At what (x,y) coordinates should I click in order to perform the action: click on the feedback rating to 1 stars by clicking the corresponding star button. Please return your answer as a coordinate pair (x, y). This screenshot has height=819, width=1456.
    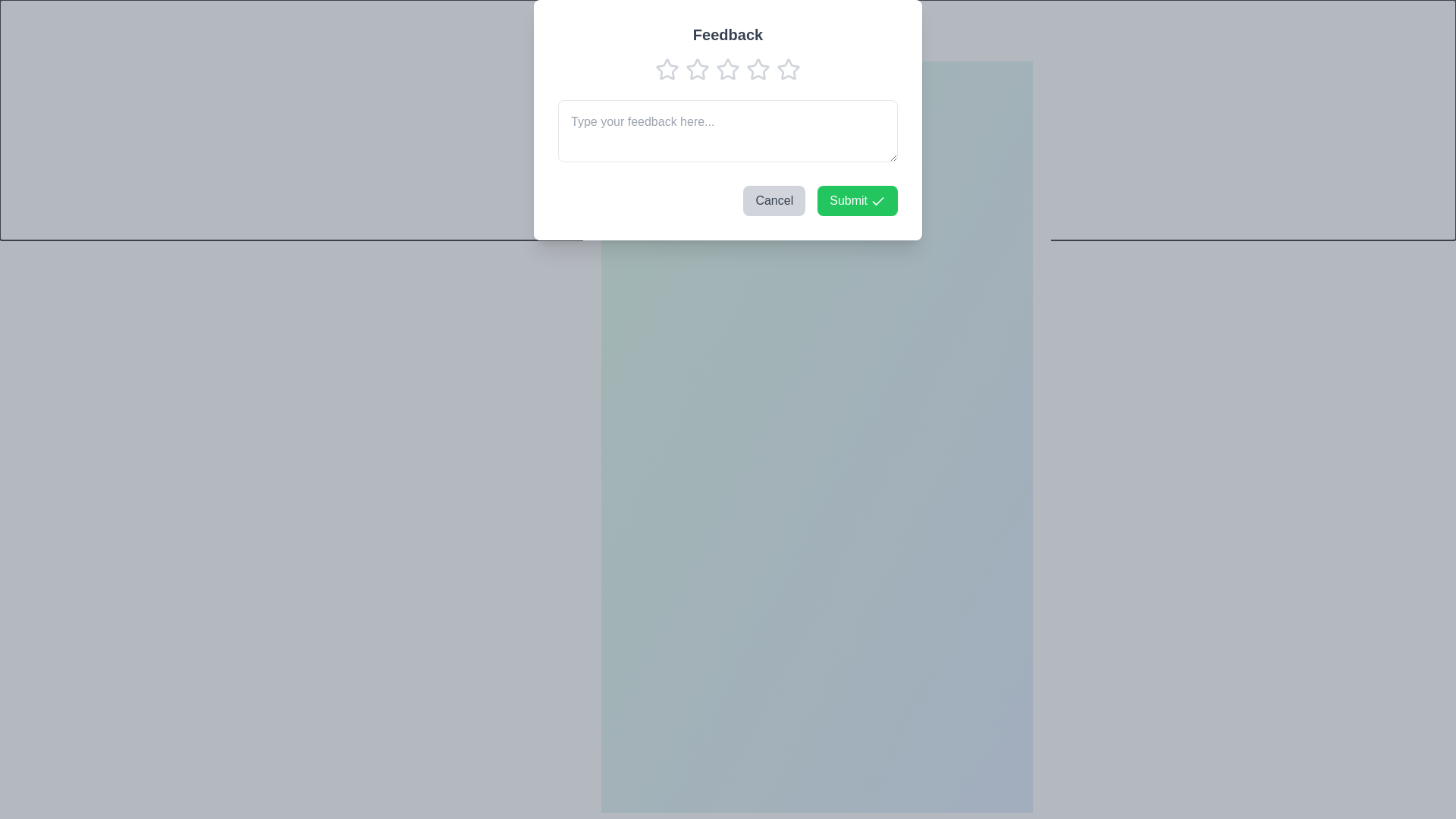
    Looking at the image, I should click on (607, 76).